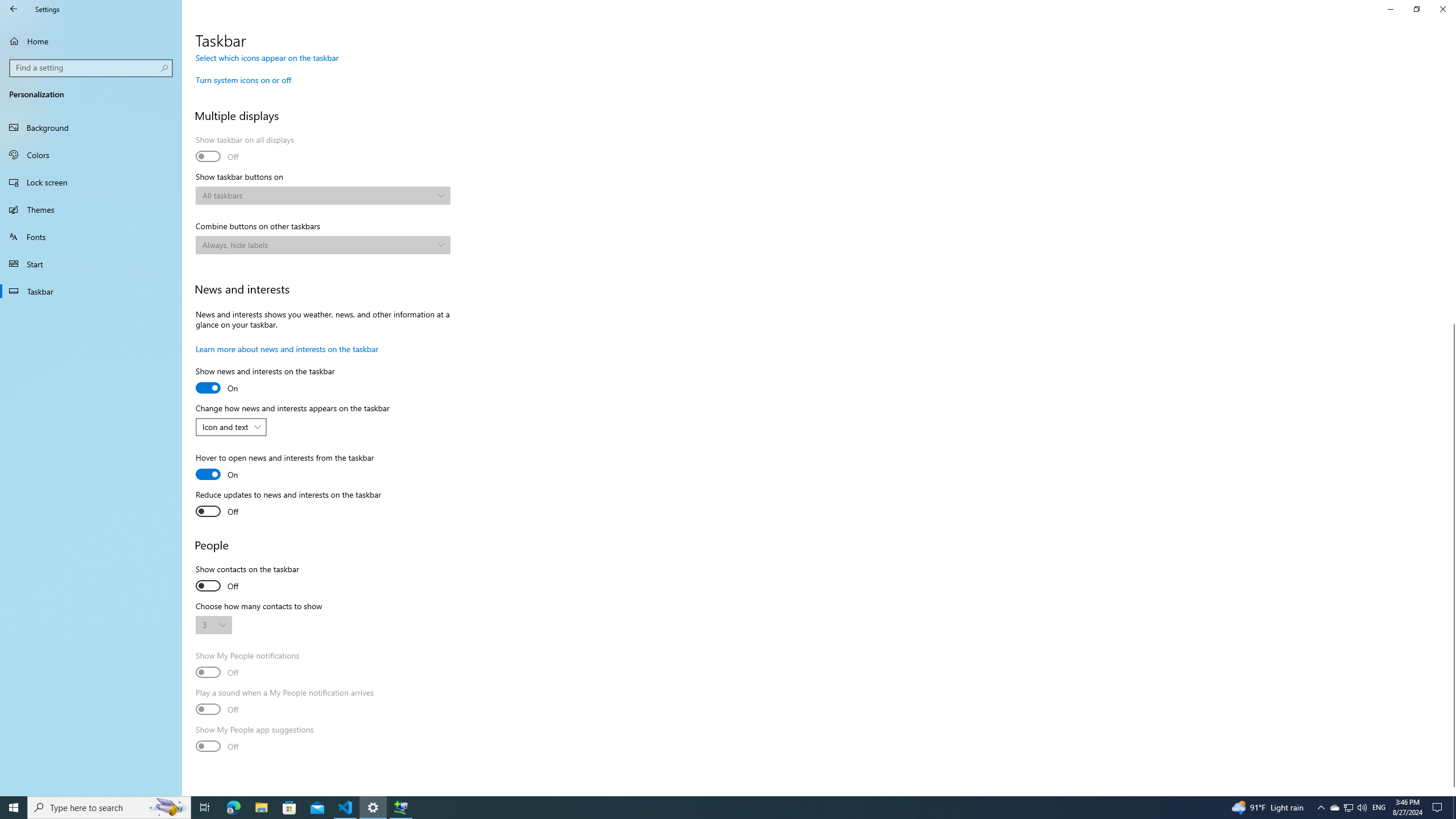 This screenshot has height=819, width=1456. I want to click on 'All taskbars', so click(317, 195).